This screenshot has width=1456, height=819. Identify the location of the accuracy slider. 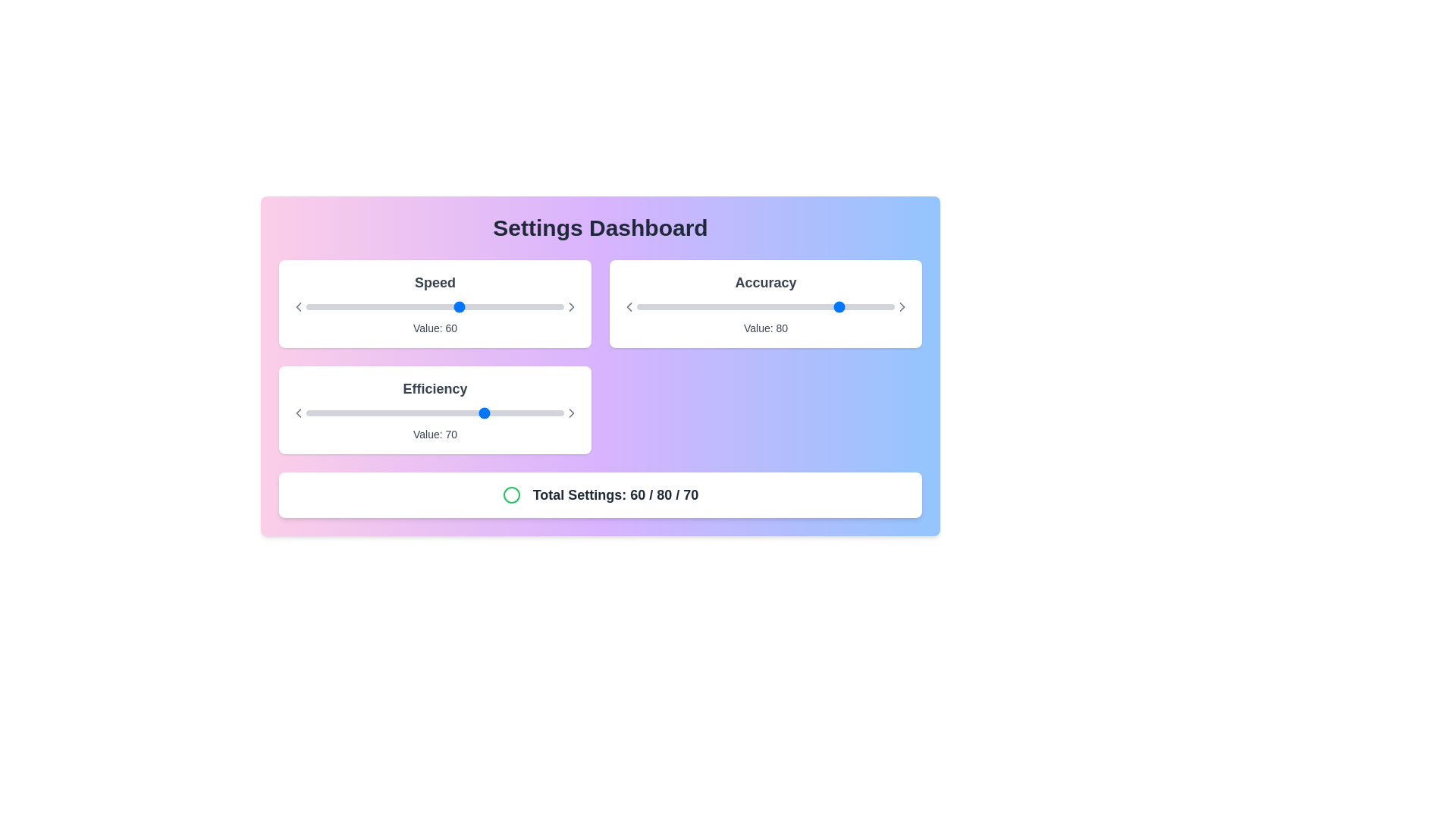
(765, 307).